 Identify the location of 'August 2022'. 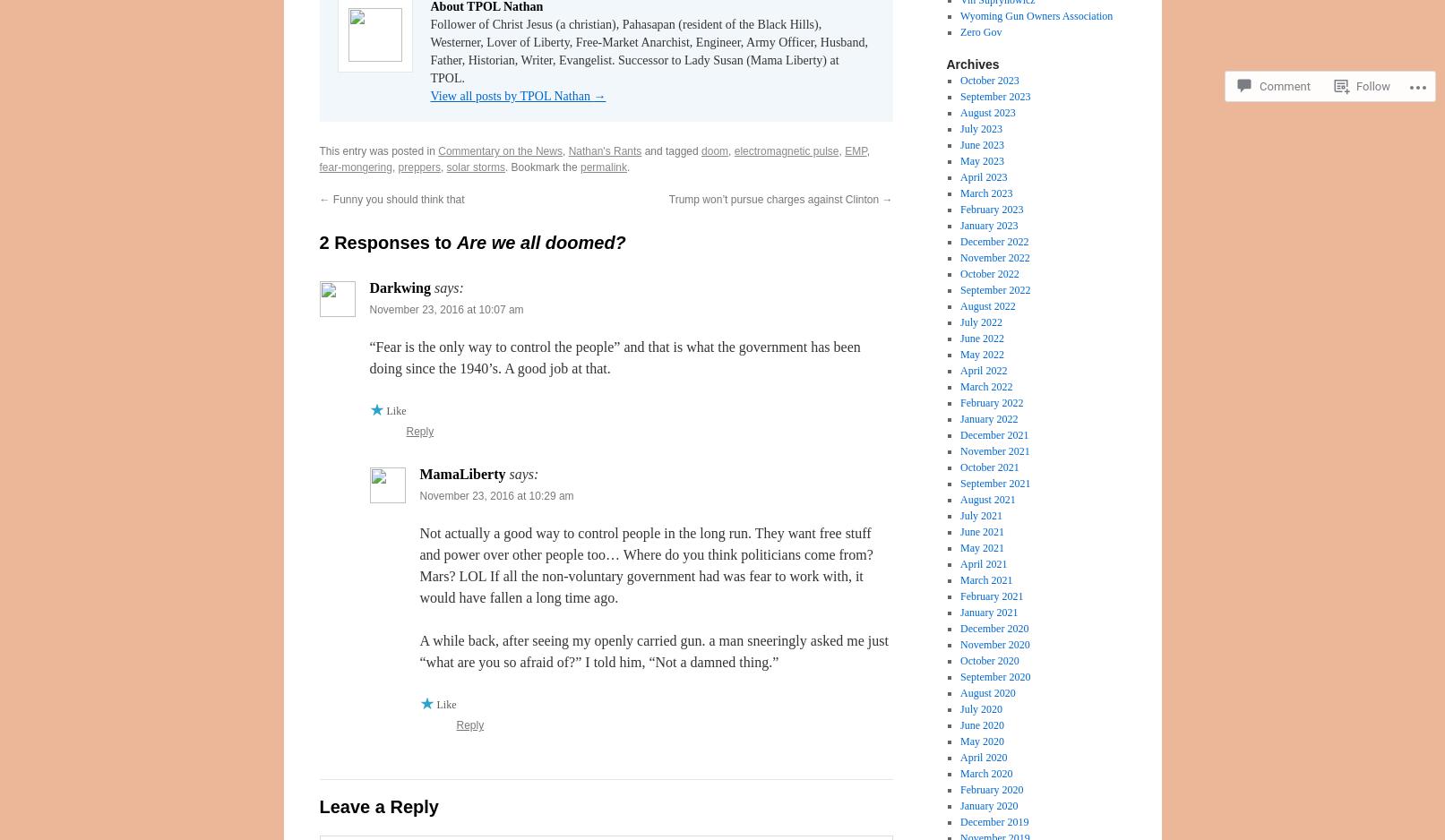
(986, 305).